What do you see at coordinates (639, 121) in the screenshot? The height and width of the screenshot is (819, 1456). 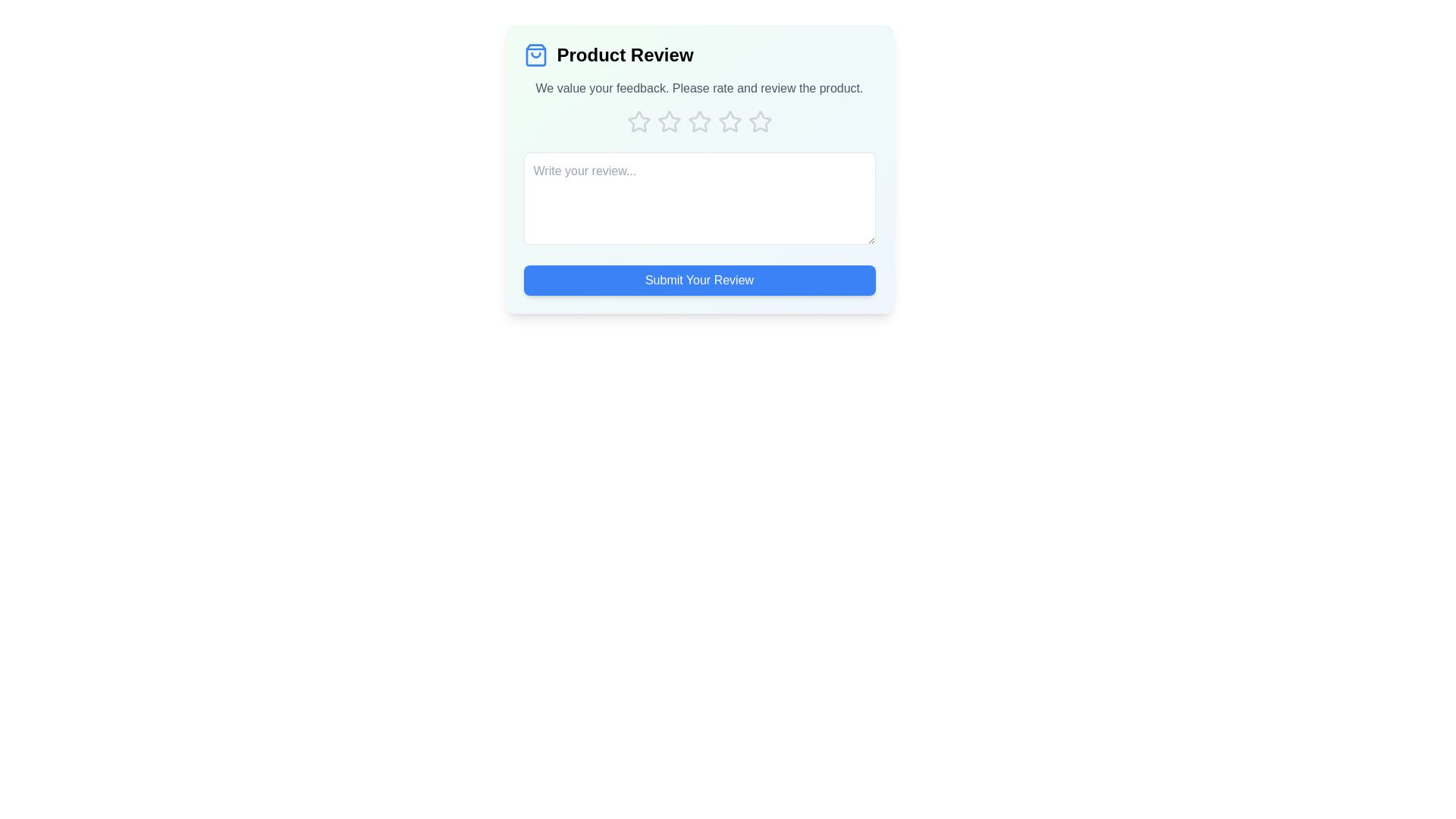 I see `the first star icon in the rating section` at bounding box center [639, 121].